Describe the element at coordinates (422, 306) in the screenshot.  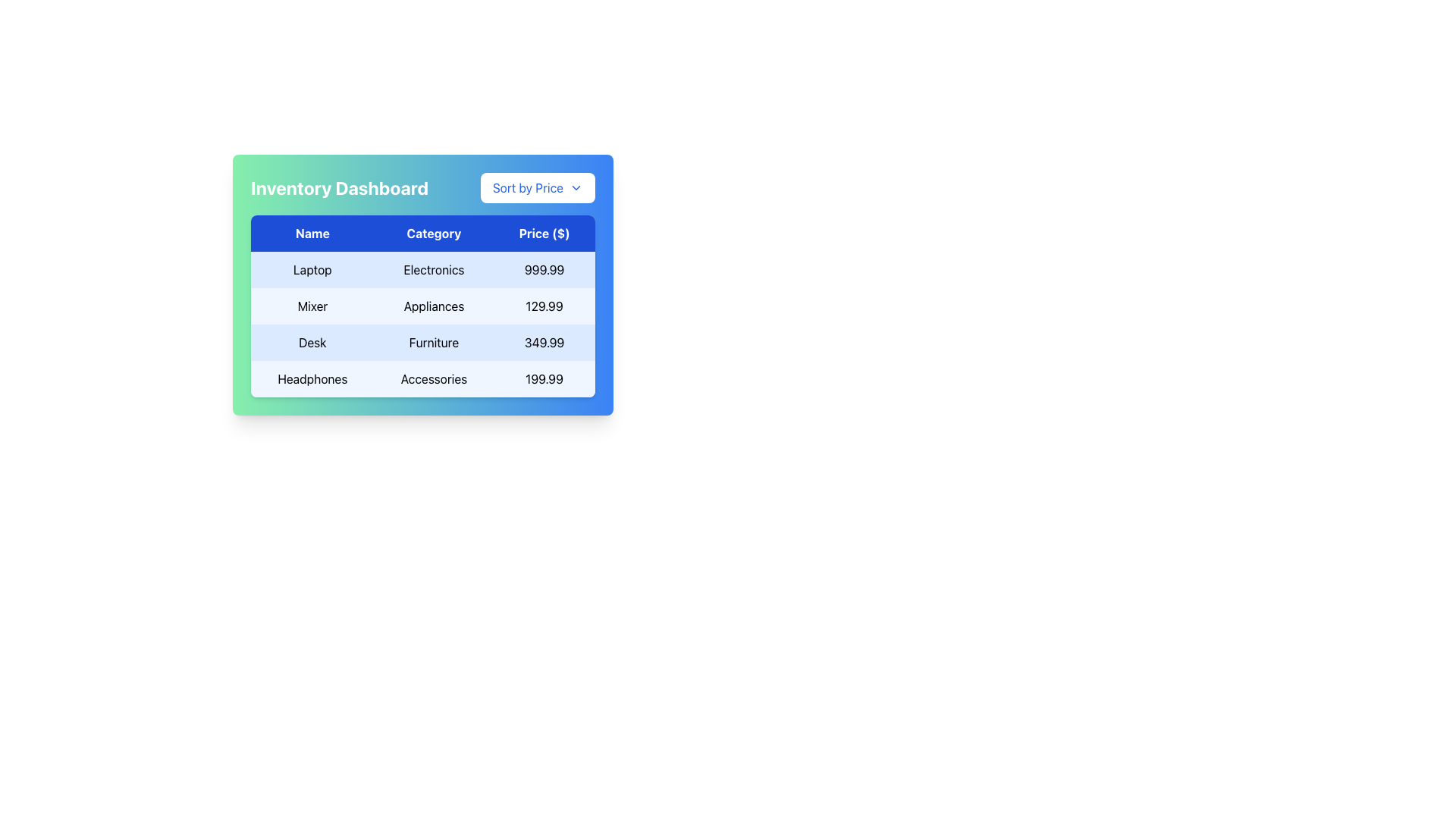
I see `the second row in the table that represents an item categorized as 'Mixer' with a price of '129.99'` at that location.